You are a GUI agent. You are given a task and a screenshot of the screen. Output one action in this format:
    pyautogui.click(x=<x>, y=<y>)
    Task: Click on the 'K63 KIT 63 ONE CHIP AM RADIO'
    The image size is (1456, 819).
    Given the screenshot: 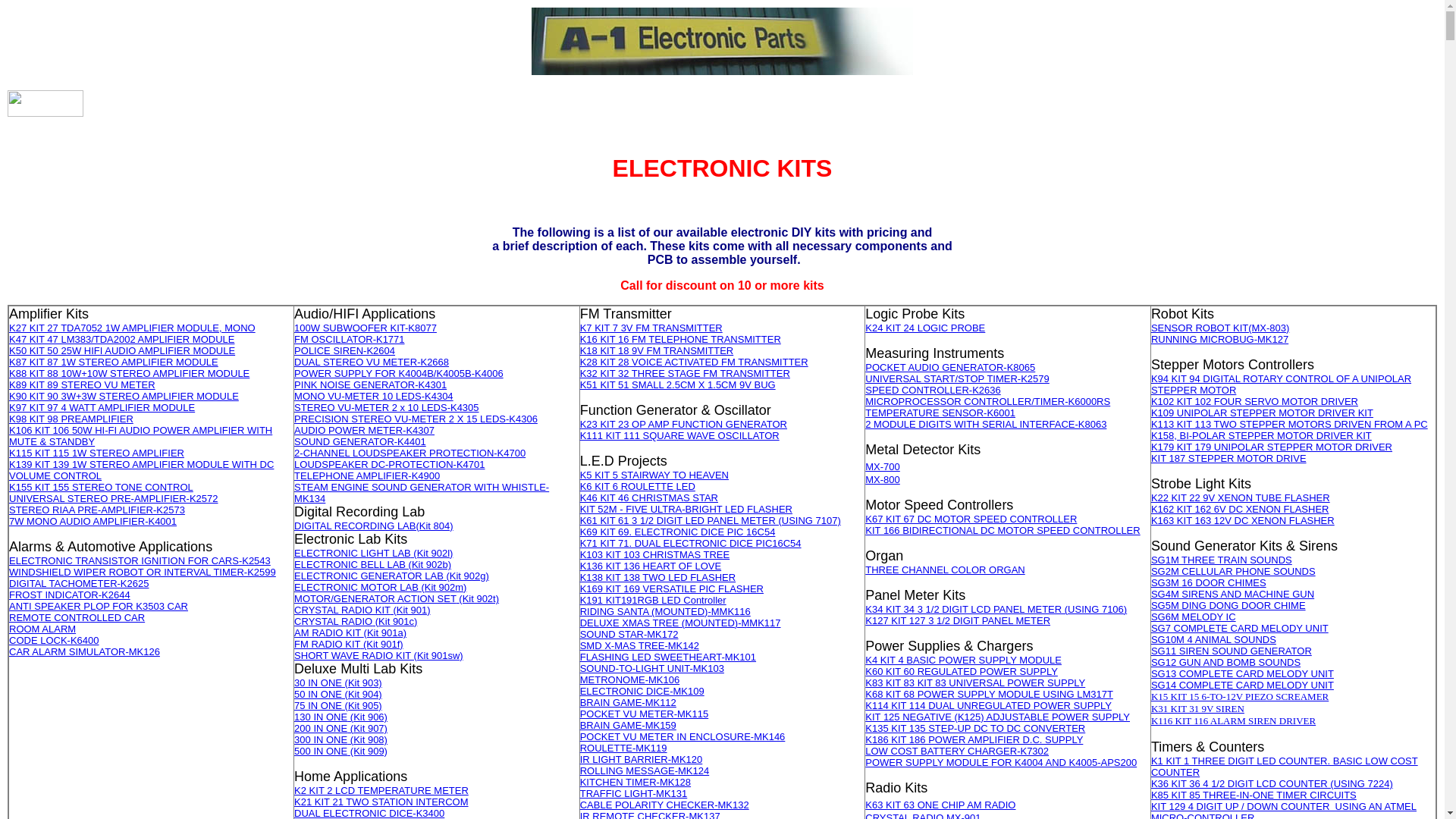 What is the action you would take?
    pyautogui.click(x=939, y=804)
    